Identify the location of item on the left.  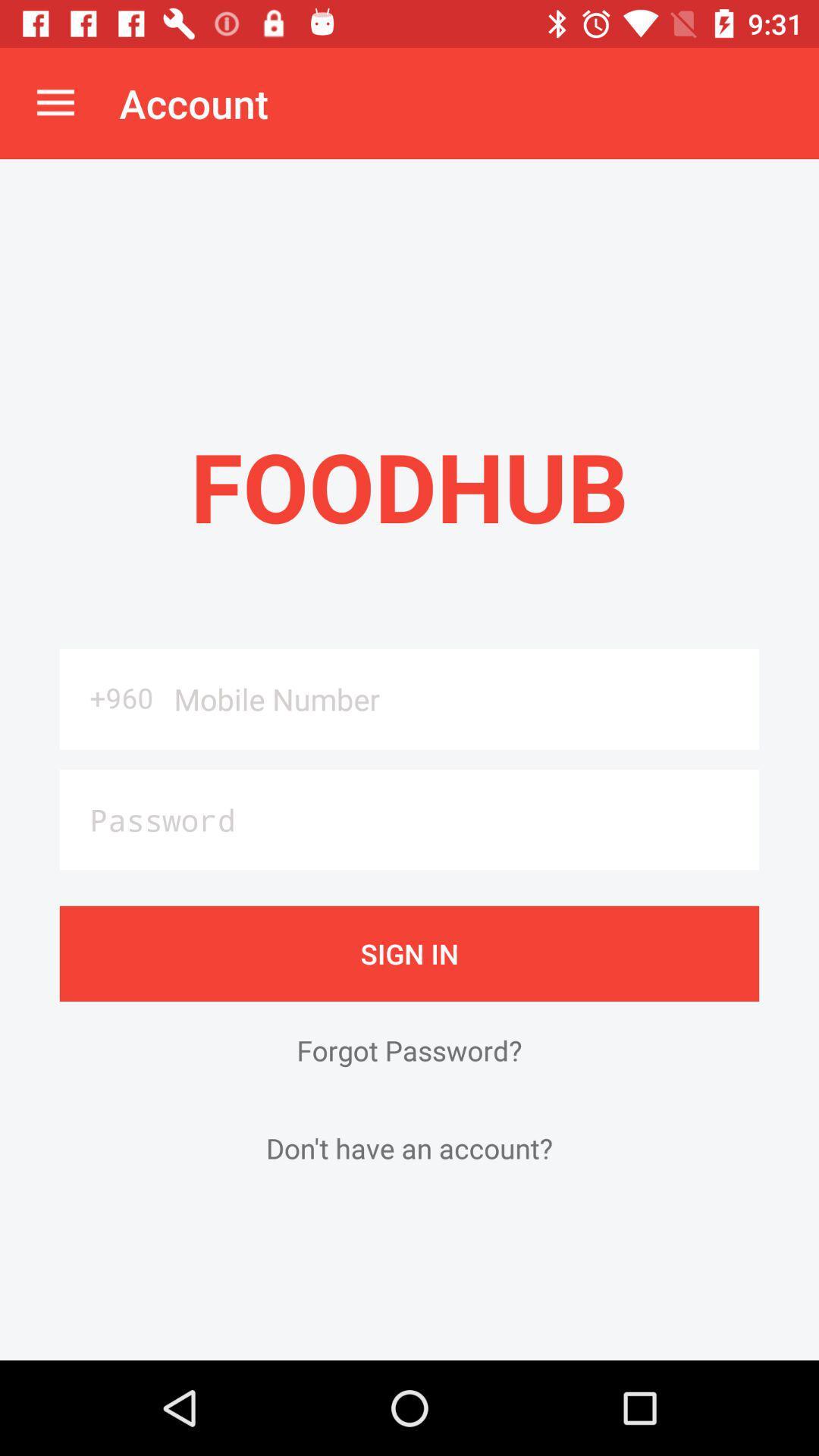
(111, 697).